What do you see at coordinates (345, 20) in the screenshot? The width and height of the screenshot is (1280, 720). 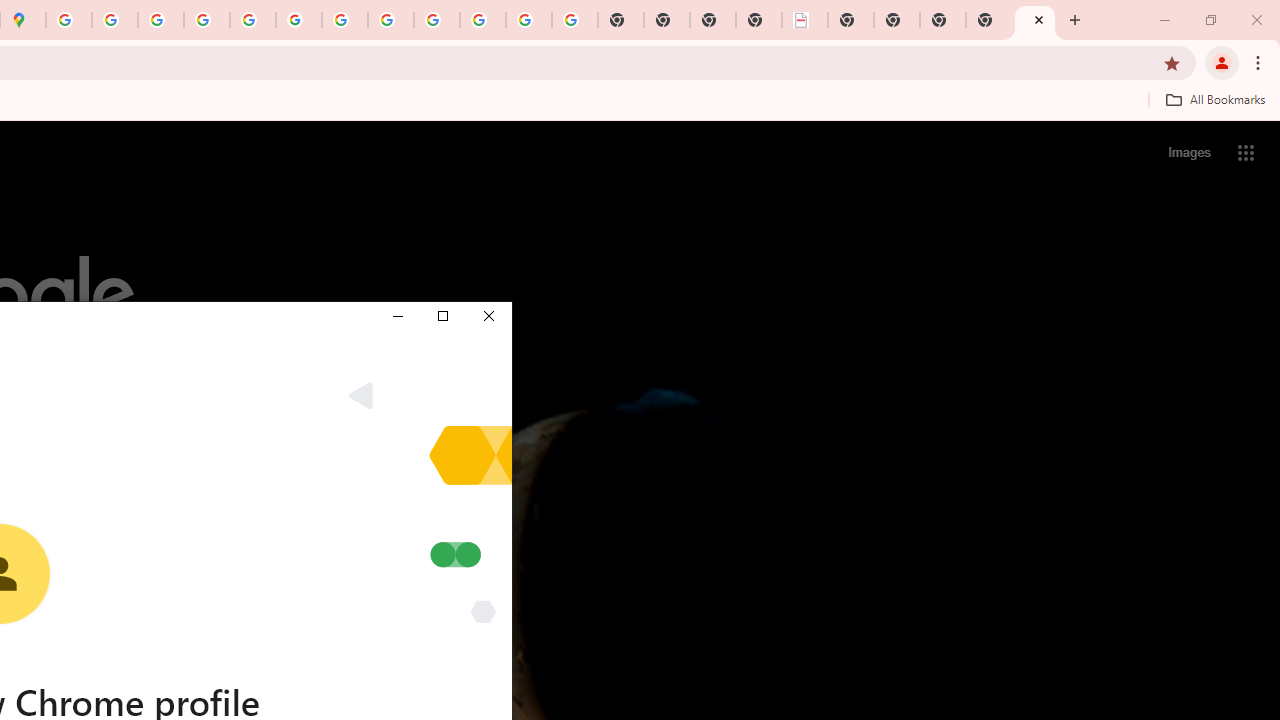 I see `'YouTube'` at bounding box center [345, 20].